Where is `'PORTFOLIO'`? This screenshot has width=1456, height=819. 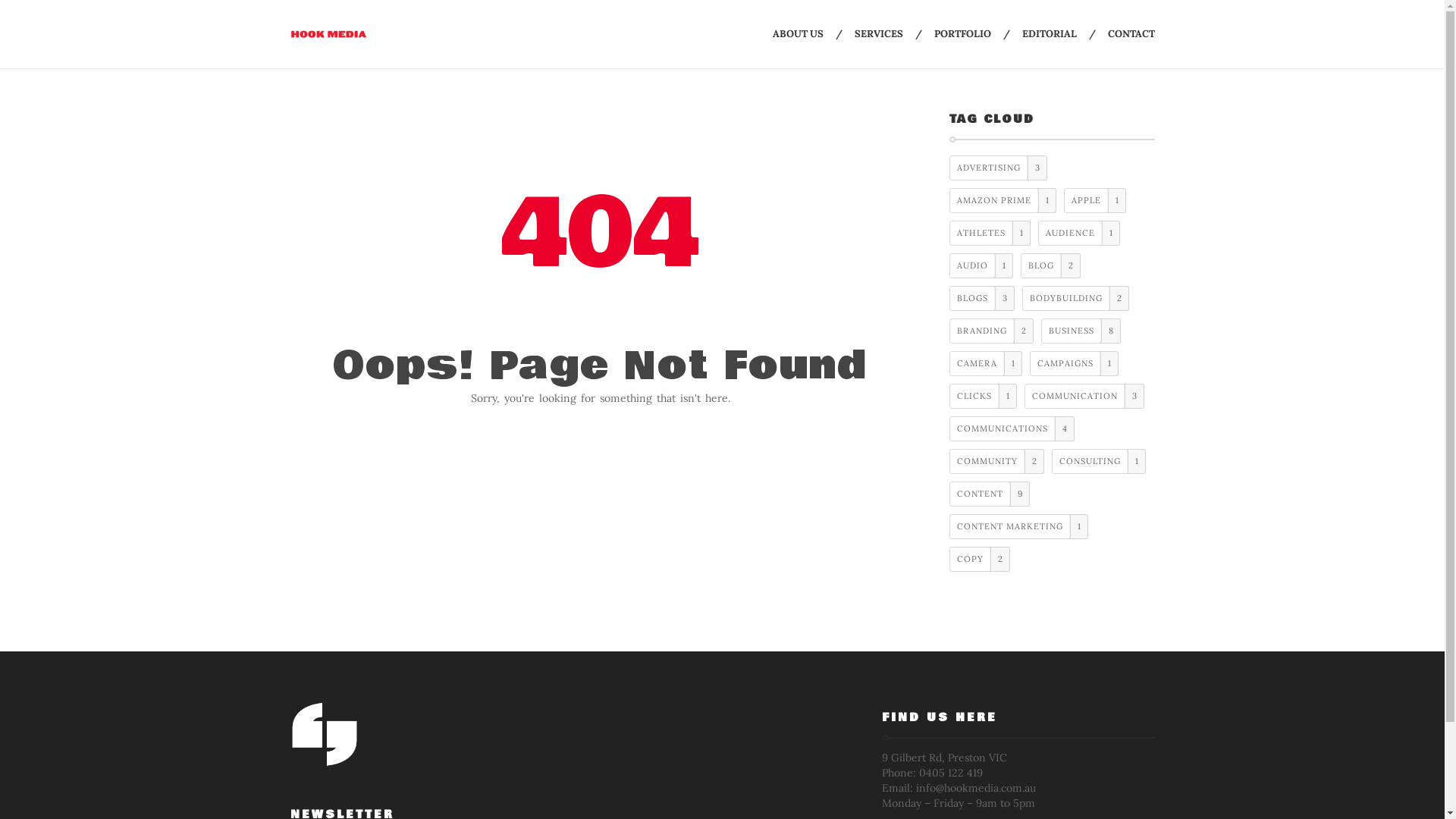
'PORTFOLIO' is located at coordinates (962, 34).